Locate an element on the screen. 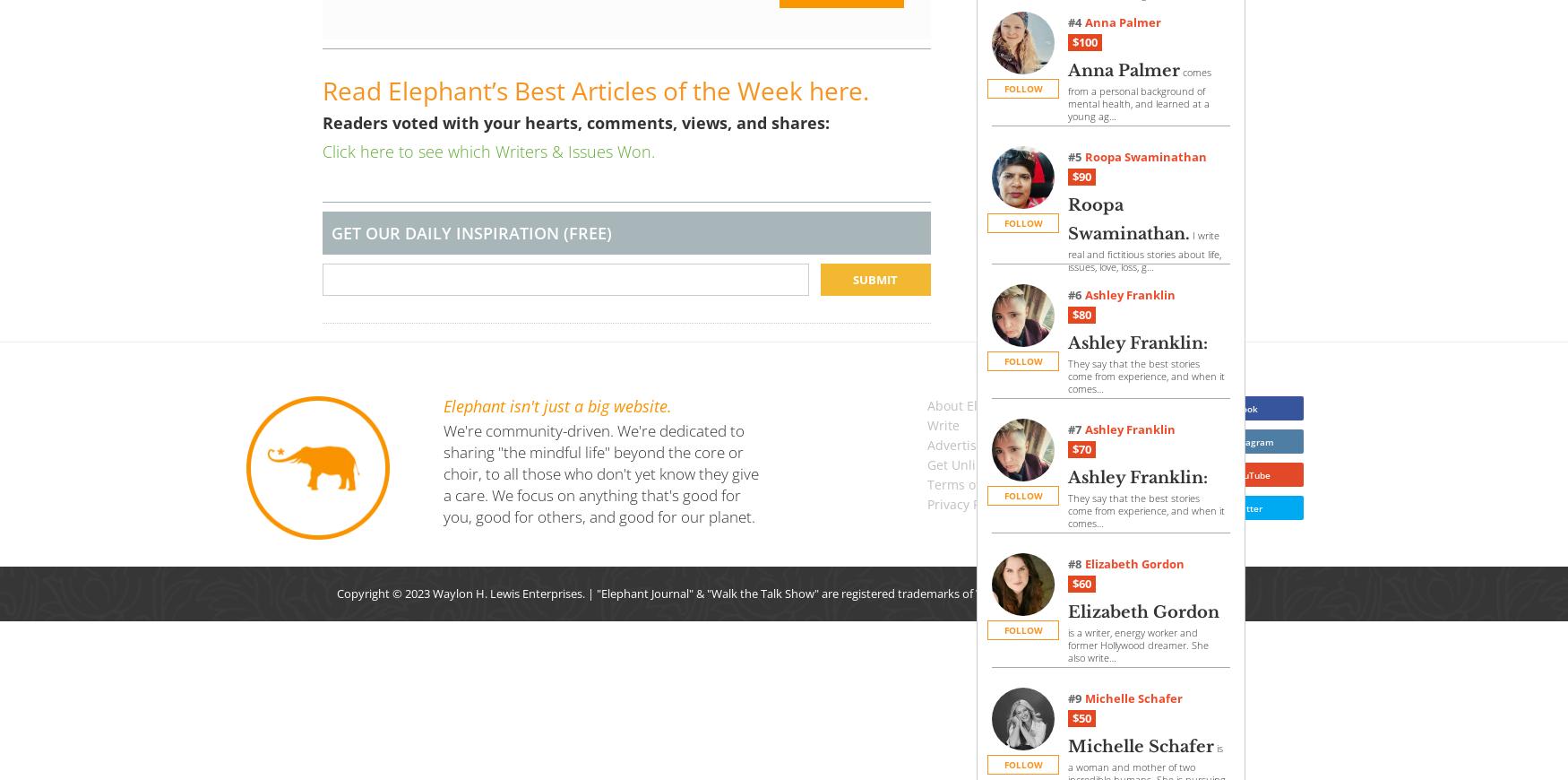 This screenshot has width=1568, height=780. 'Elephant isn't just a big website.' is located at coordinates (557, 405).